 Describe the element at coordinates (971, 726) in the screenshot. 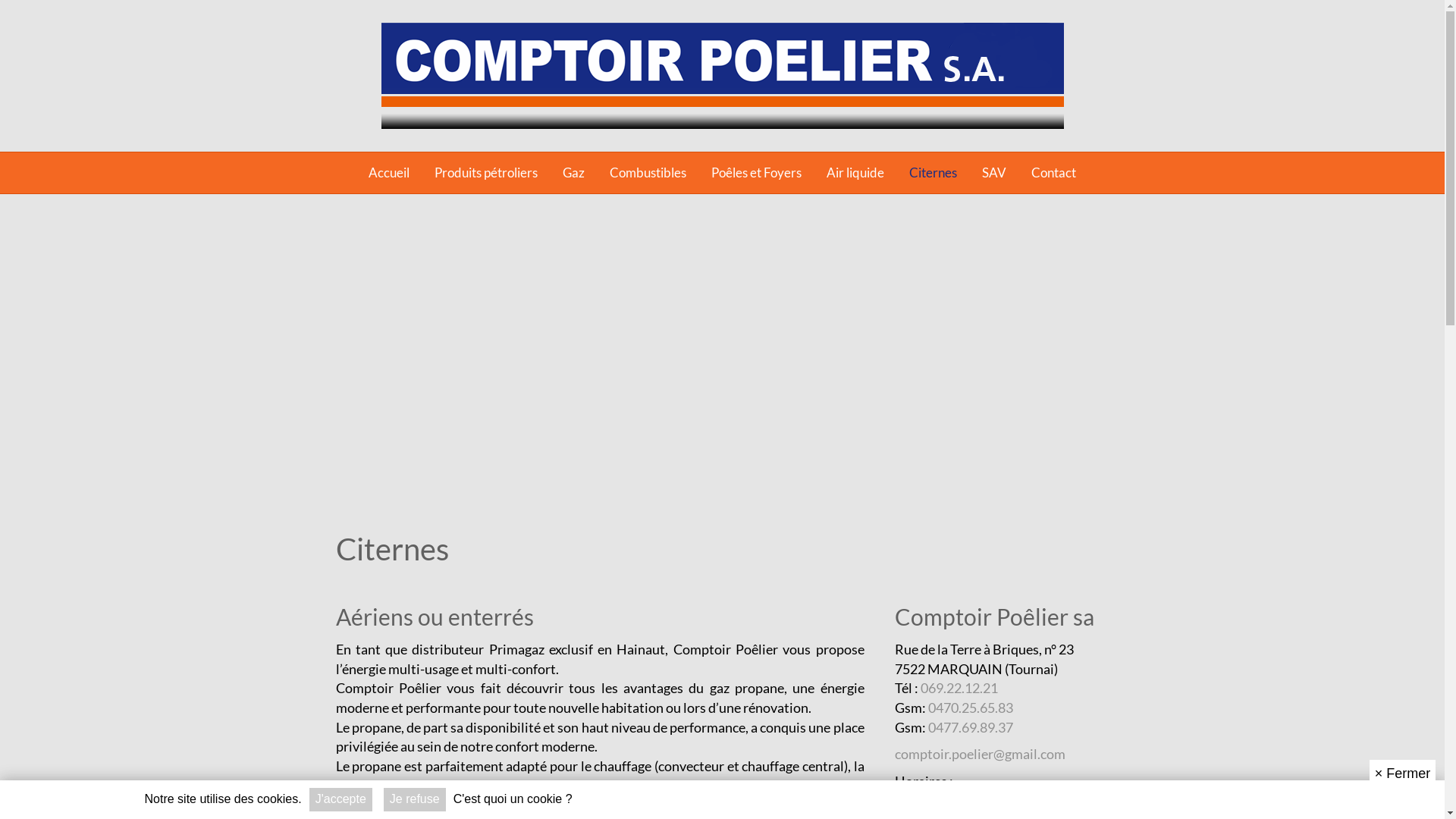

I see `'0477.69.89.37'` at that location.